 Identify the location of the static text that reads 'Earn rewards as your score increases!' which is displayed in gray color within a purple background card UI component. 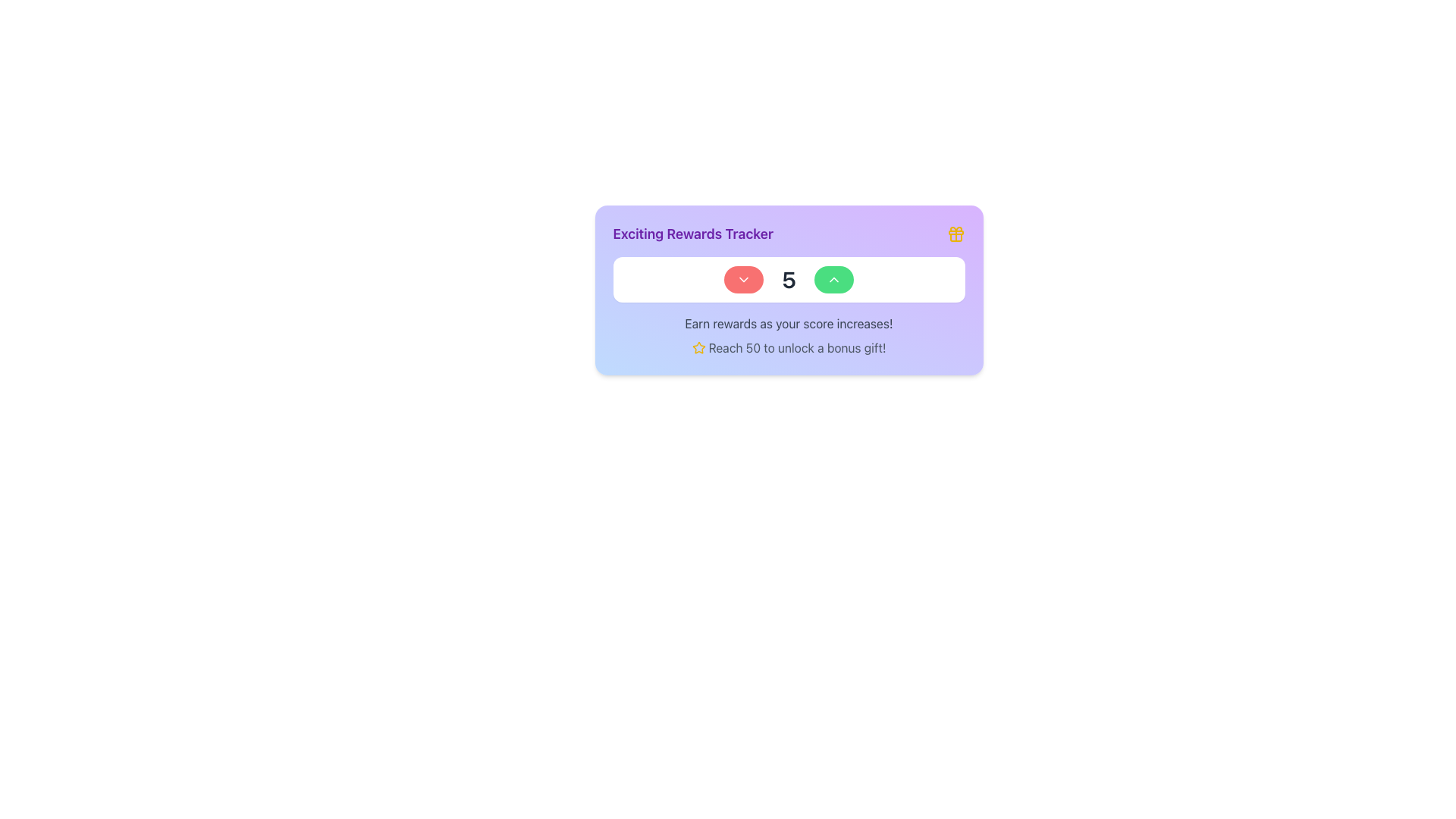
(789, 323).